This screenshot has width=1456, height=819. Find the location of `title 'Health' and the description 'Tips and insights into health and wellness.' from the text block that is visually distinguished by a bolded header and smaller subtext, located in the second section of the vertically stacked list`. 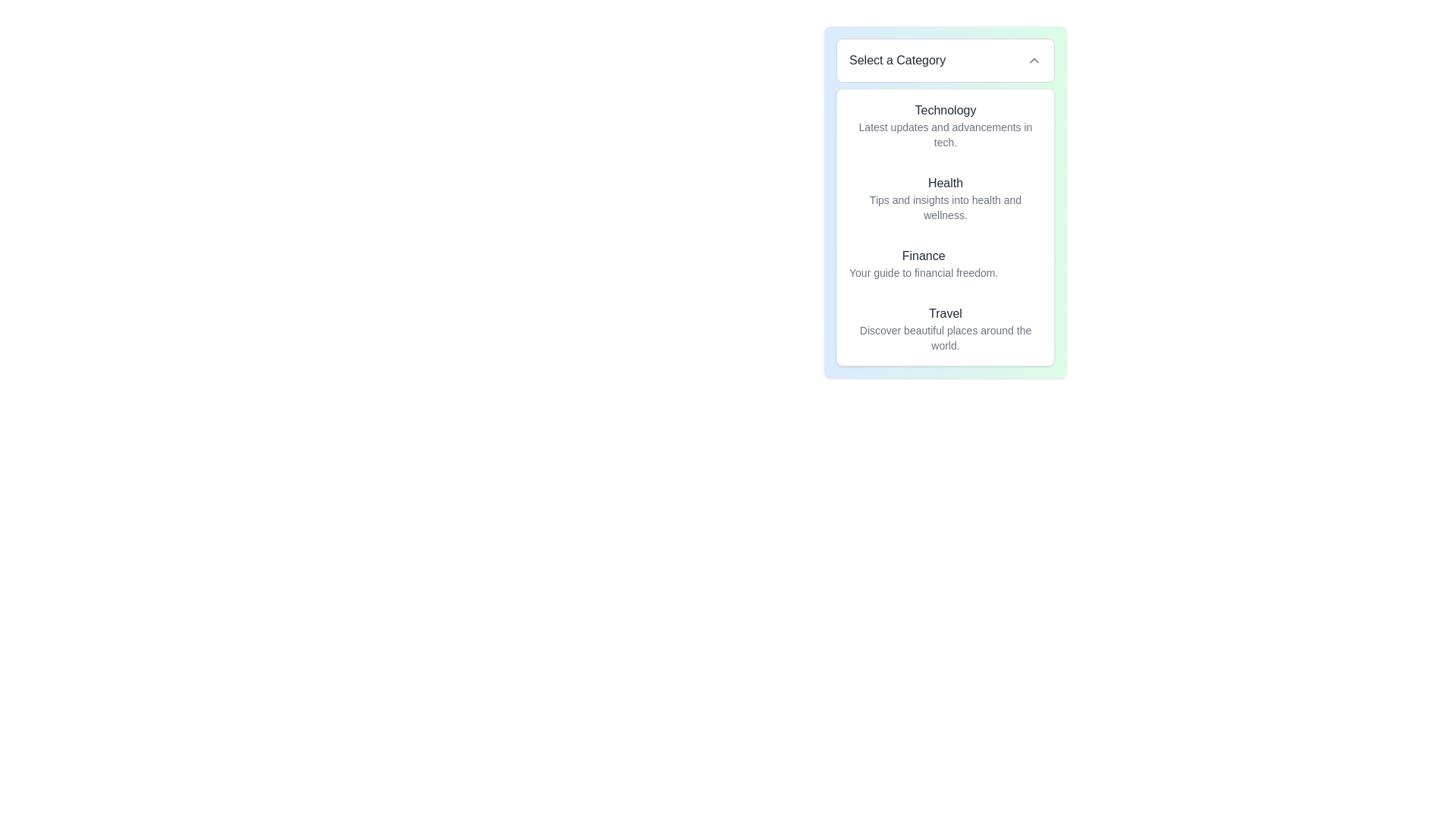

title 'Health' and the description 'Tips and insights into health and wellness.' from the text block that is visually distinguished by a bolded header and smaller subtext, located in the second section of the vertically stacked list is located at coordinates (945, 198).